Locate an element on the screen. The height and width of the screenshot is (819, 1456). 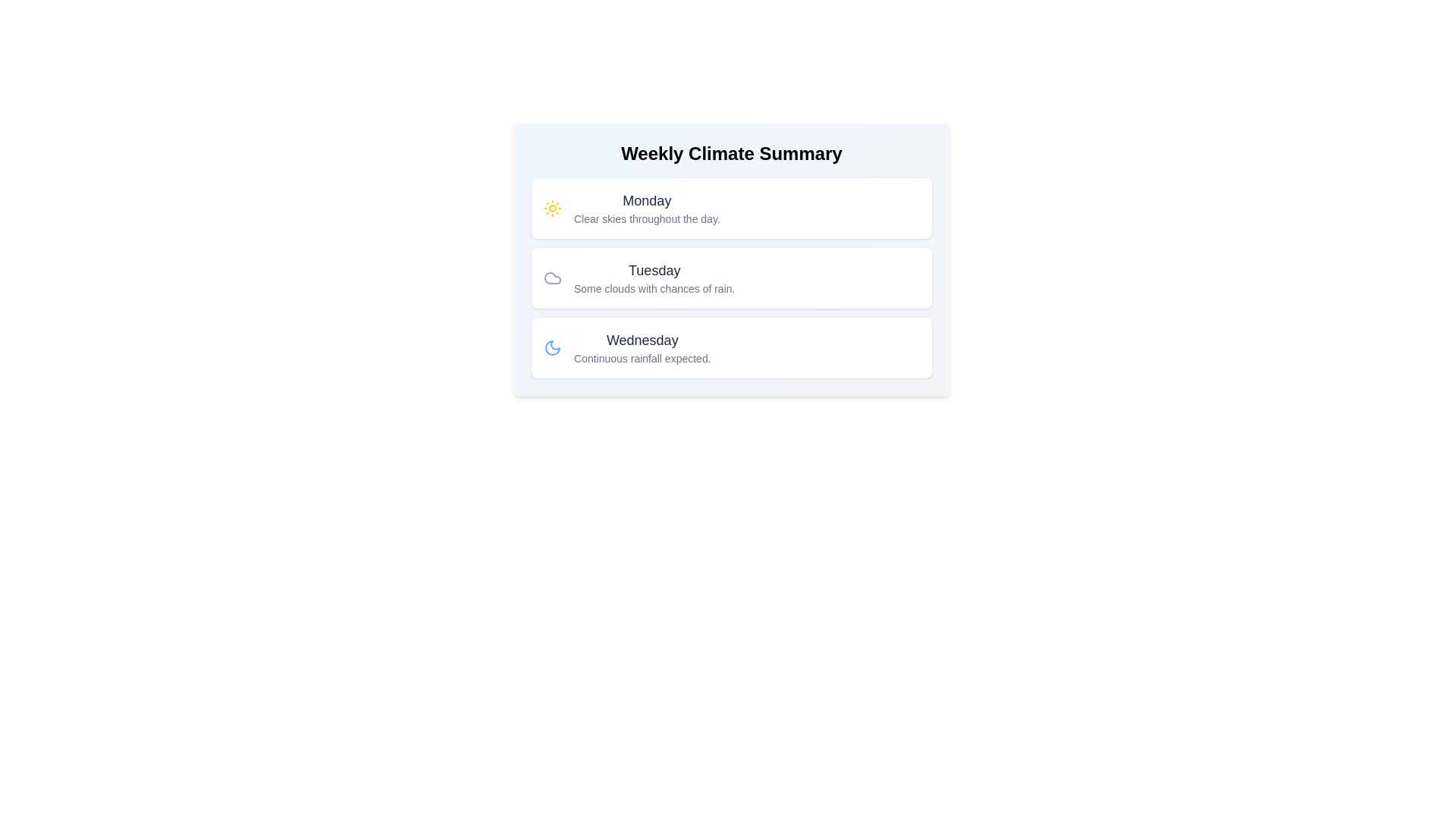
the weather condition icon for Wednesday is located at coordinates (552, 348).